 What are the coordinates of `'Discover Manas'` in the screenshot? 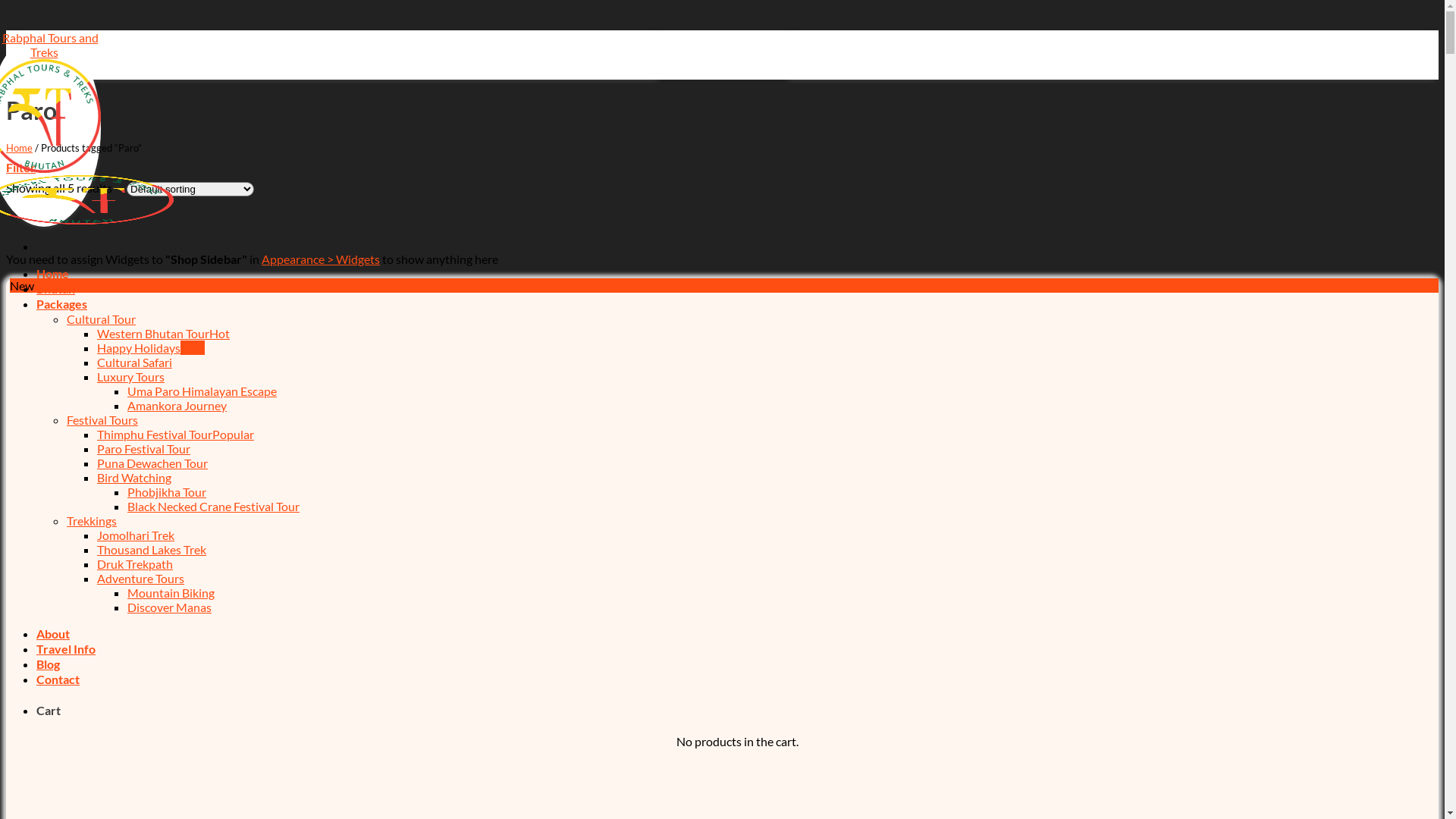 It's located at (169, 606).